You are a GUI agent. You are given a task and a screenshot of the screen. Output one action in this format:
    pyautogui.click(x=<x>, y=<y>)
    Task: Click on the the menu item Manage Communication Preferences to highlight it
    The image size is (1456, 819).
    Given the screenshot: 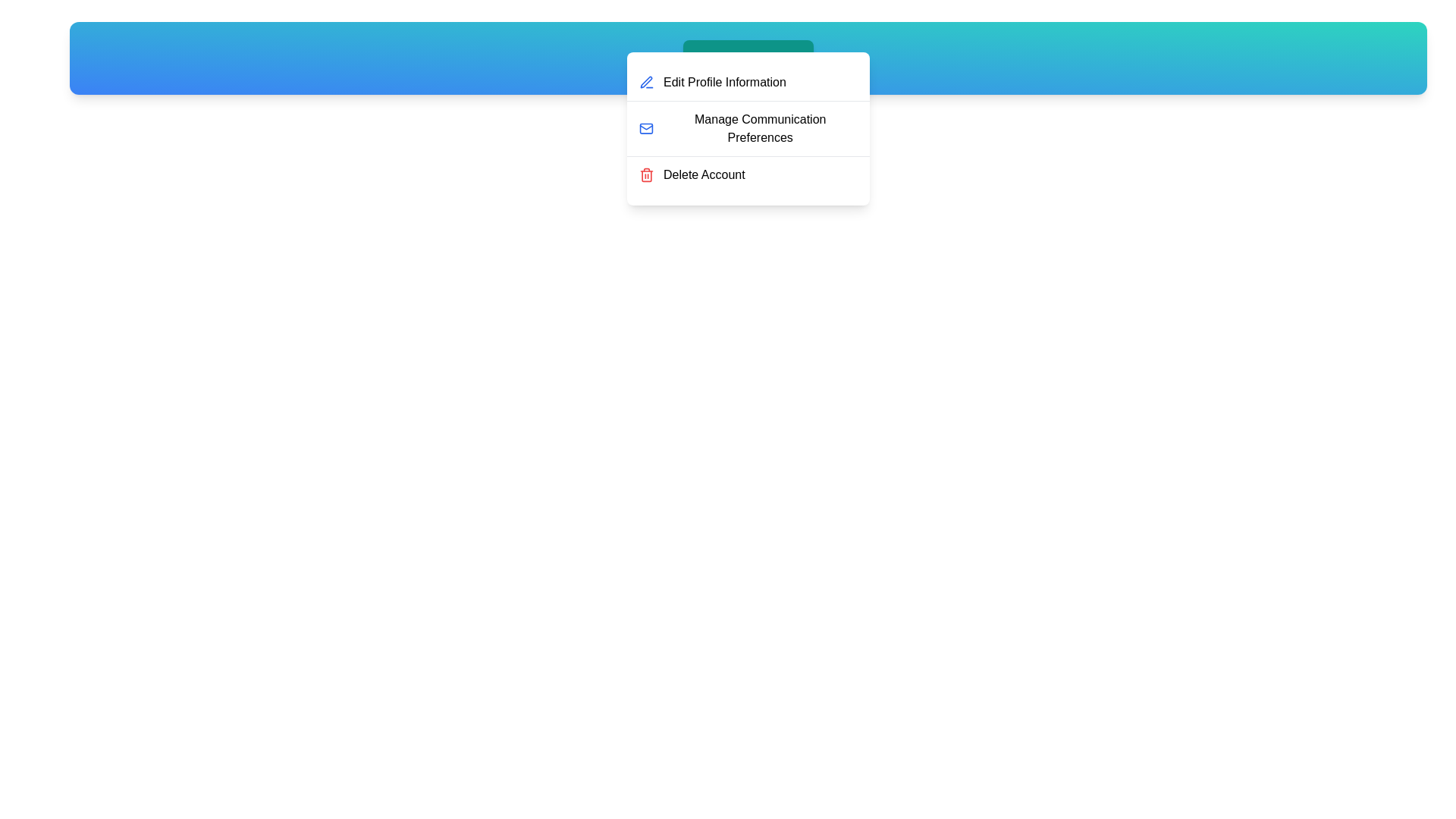 What is the action you would take?
    pyautogui.click(x=748, y=127)
    